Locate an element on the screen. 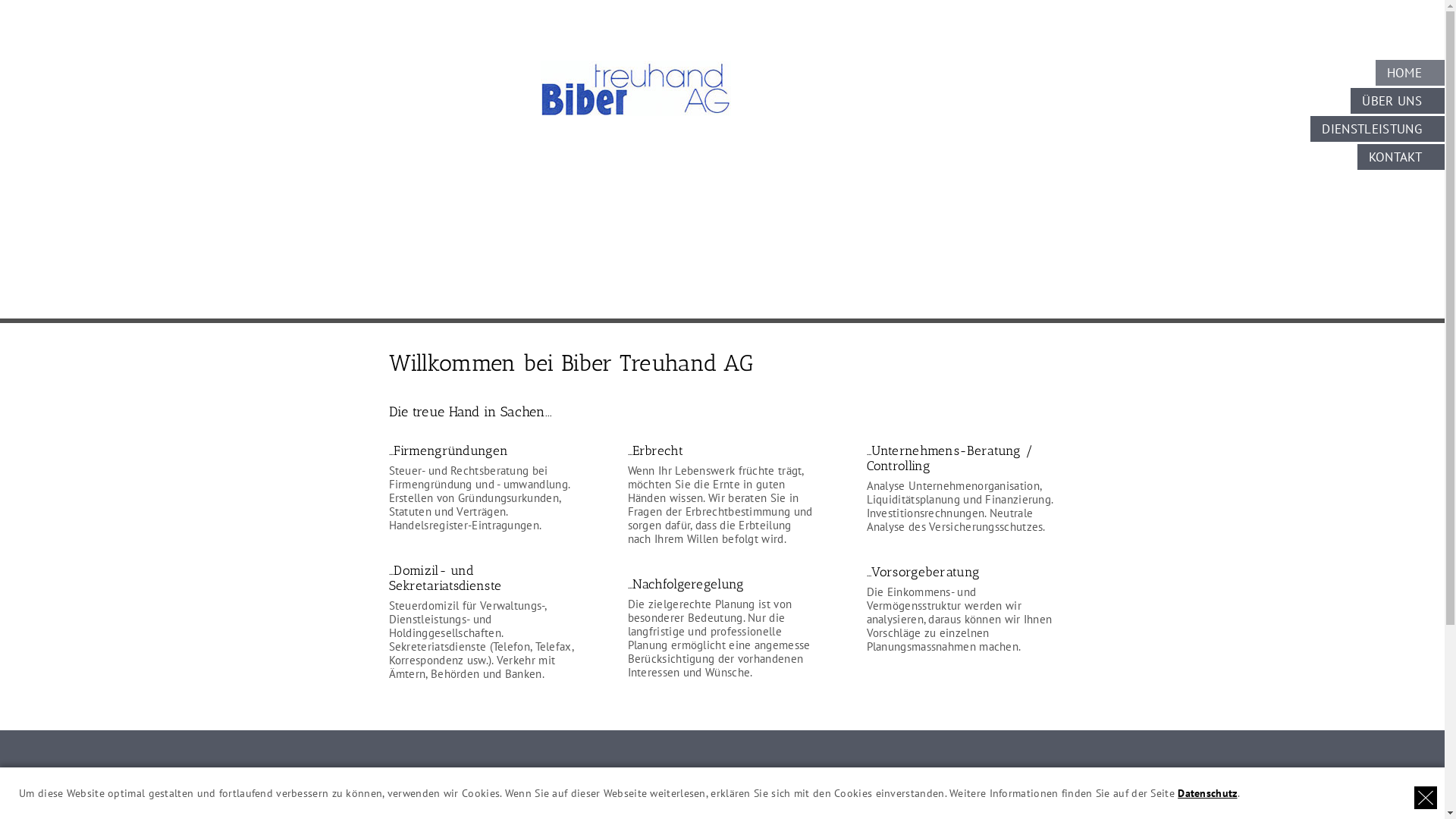 The width and height of the screenshot is (1456, 819). 'KONTAKT' is located at coordinates (1400, 157).